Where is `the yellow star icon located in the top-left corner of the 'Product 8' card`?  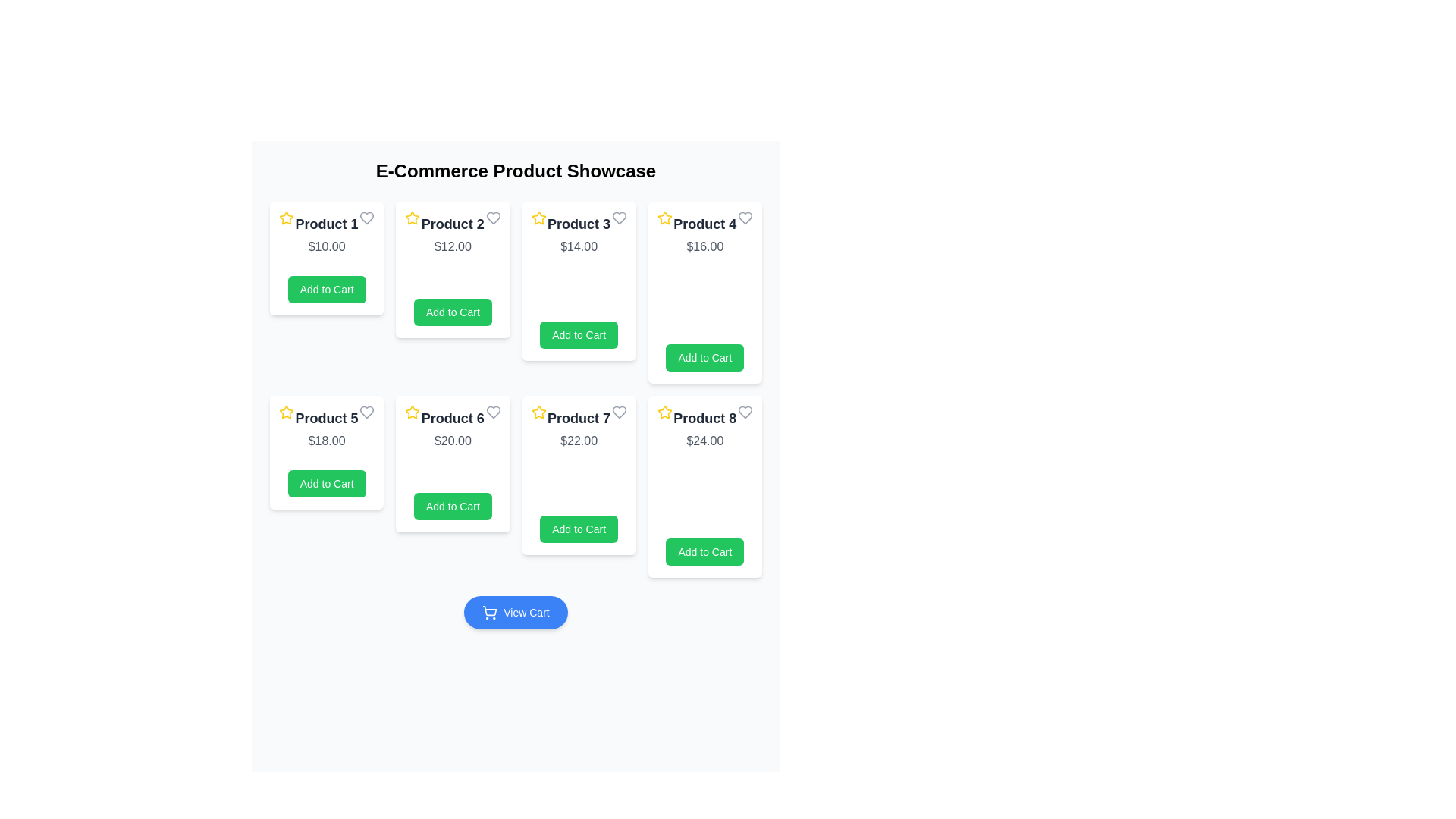 the yellow star icon located in the top-left corner of the 'Product 8' card is located at coordinates (664, 412).